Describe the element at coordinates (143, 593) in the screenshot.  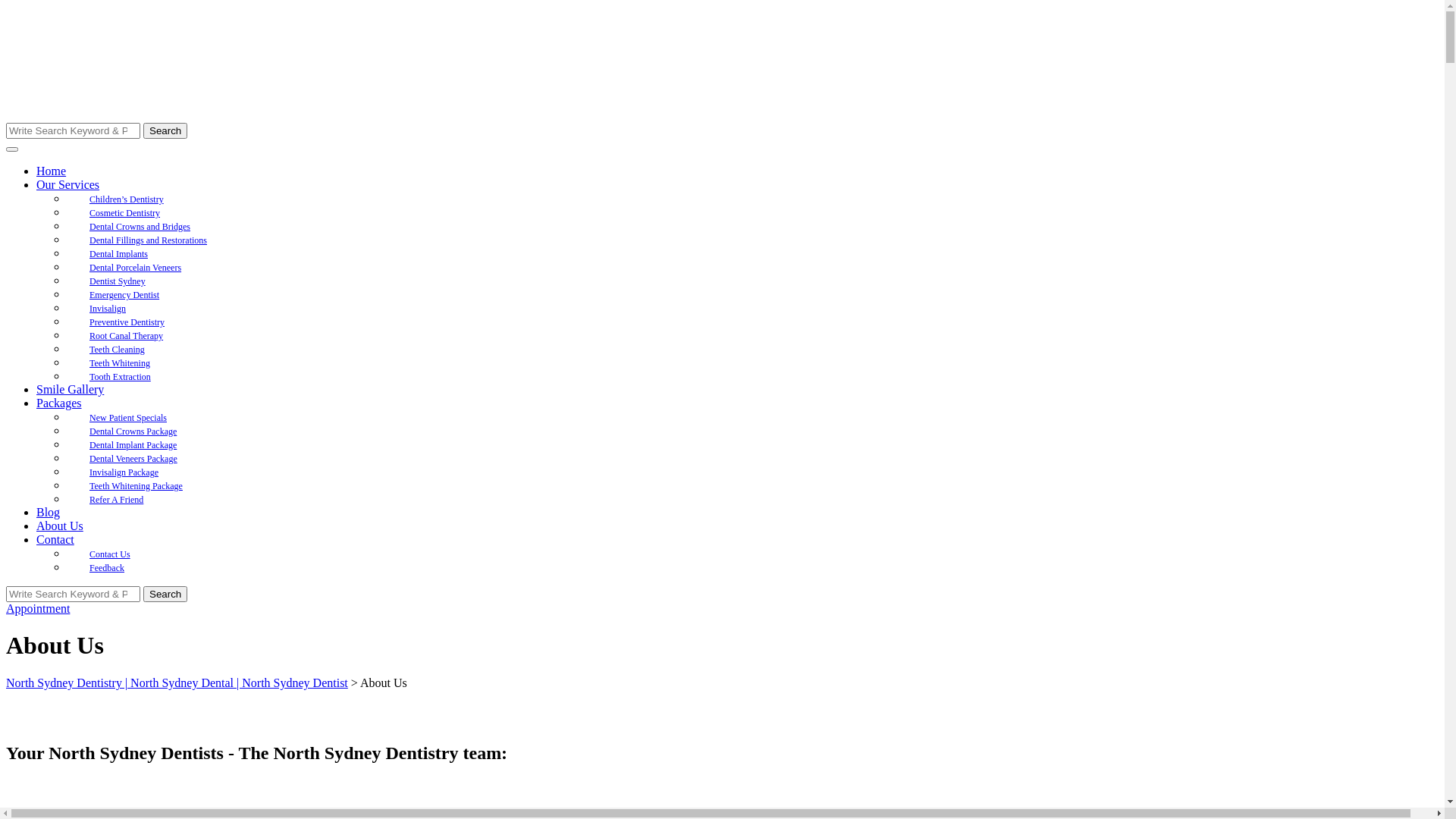
I see `'Search'` at that location.